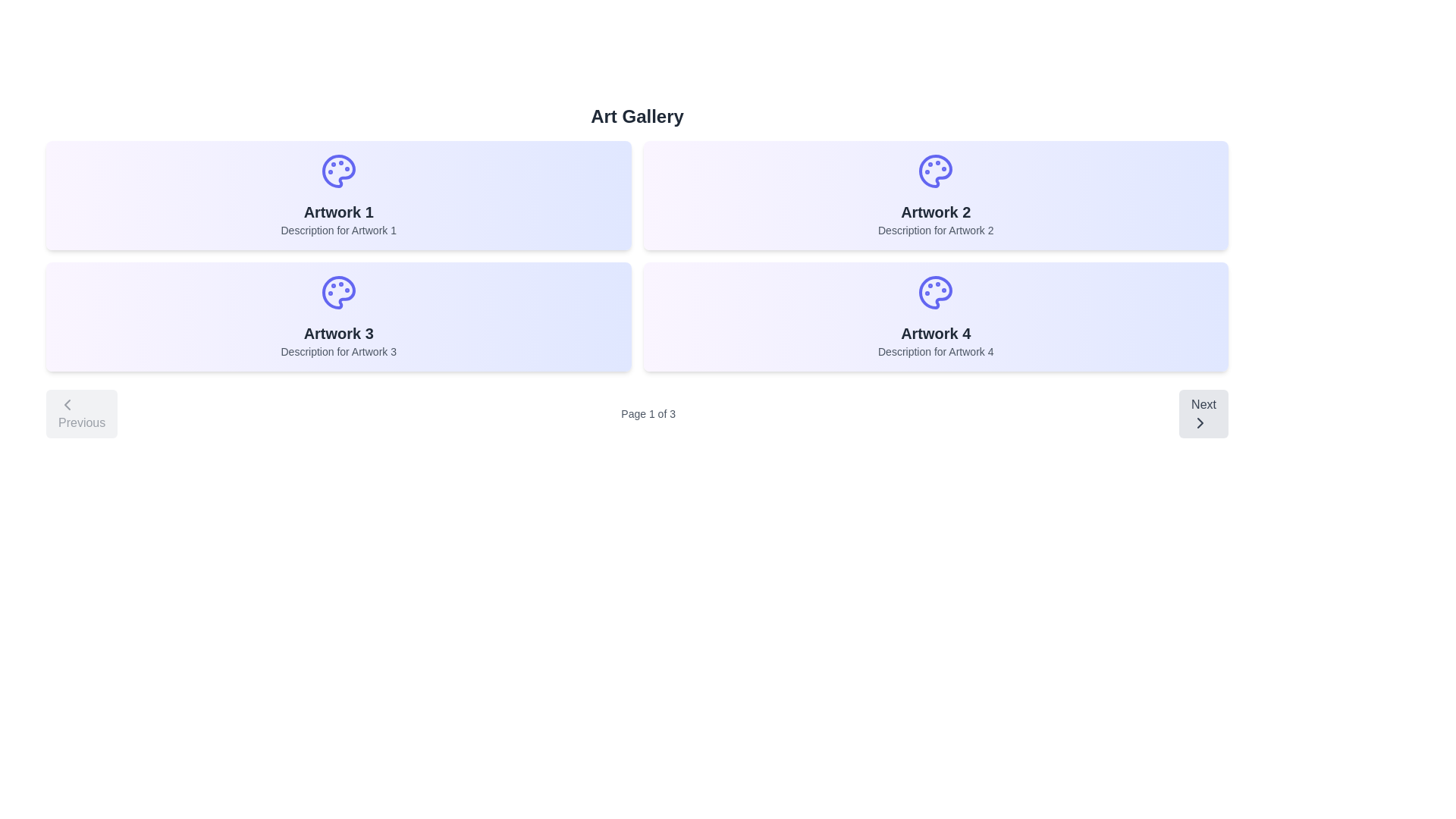 This screenshot has height=819, width=1456. I want to click on the Text Label that serves as a subtitle for 'Artwork 3', positioned below its sibling text, so click(337, 351).